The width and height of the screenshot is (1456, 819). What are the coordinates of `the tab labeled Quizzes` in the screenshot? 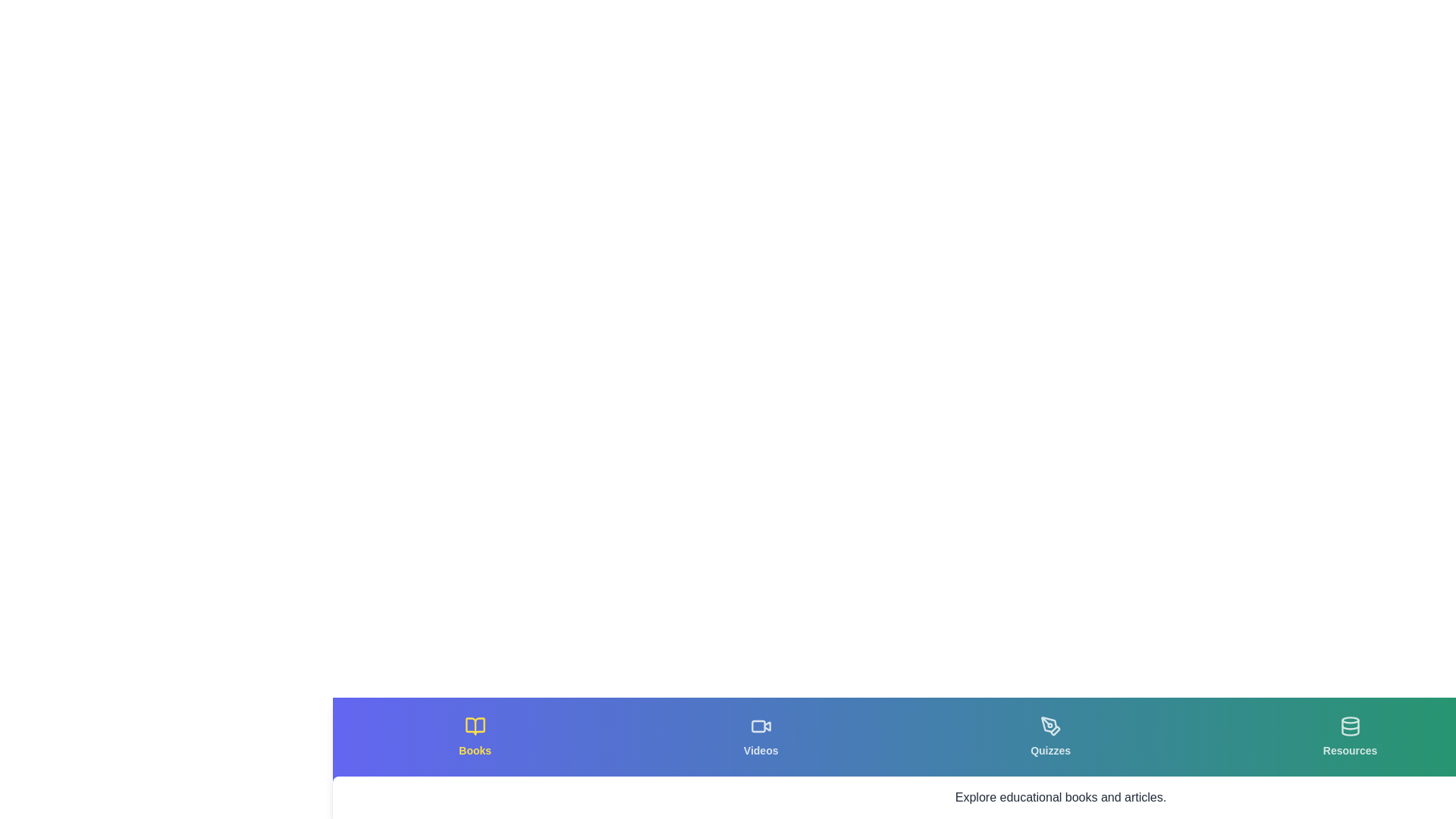 It's located at (1050, 736).